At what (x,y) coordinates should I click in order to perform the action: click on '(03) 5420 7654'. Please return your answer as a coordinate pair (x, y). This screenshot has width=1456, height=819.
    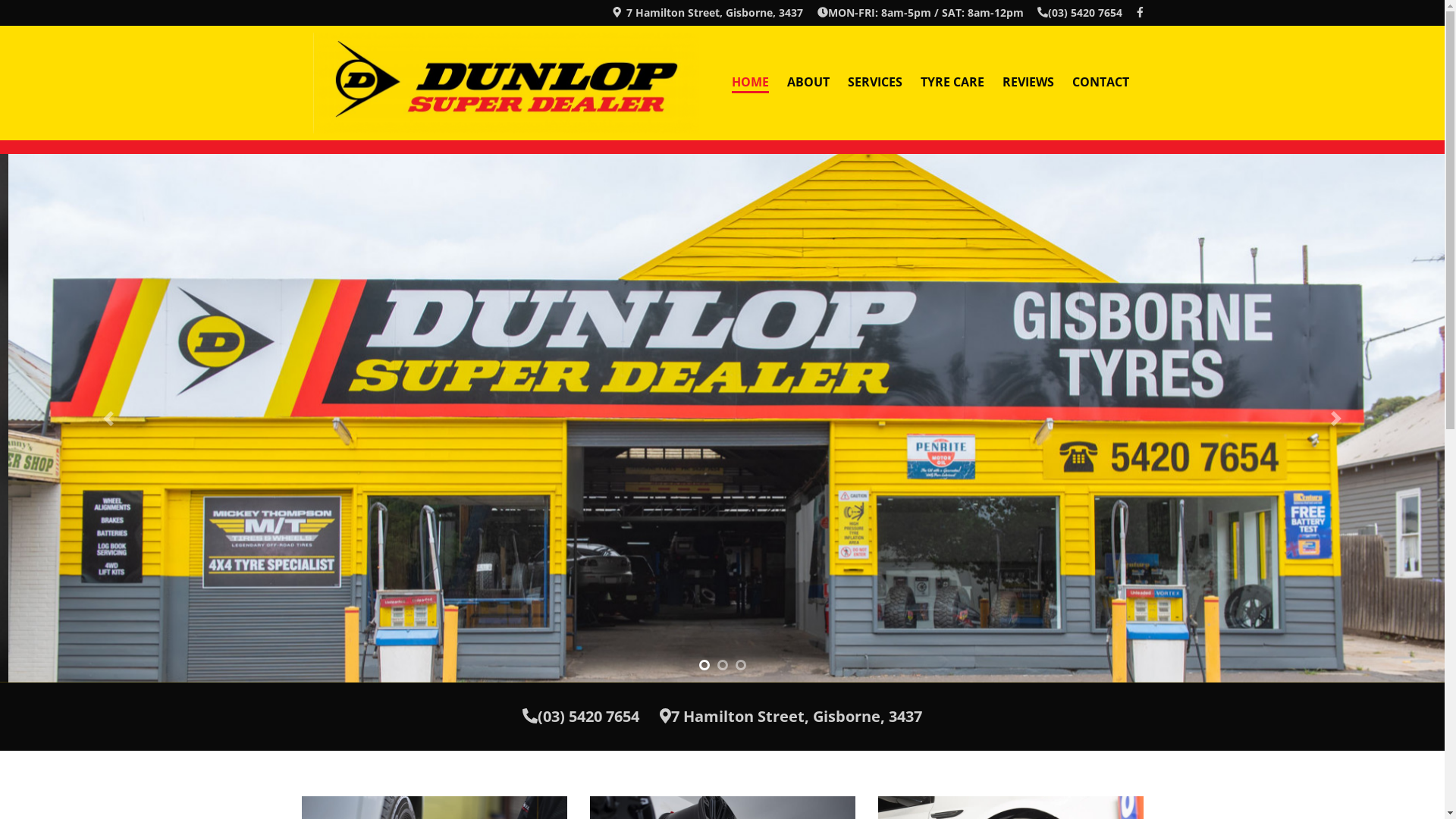
    Looking at the image, I should click on (1037, 12).